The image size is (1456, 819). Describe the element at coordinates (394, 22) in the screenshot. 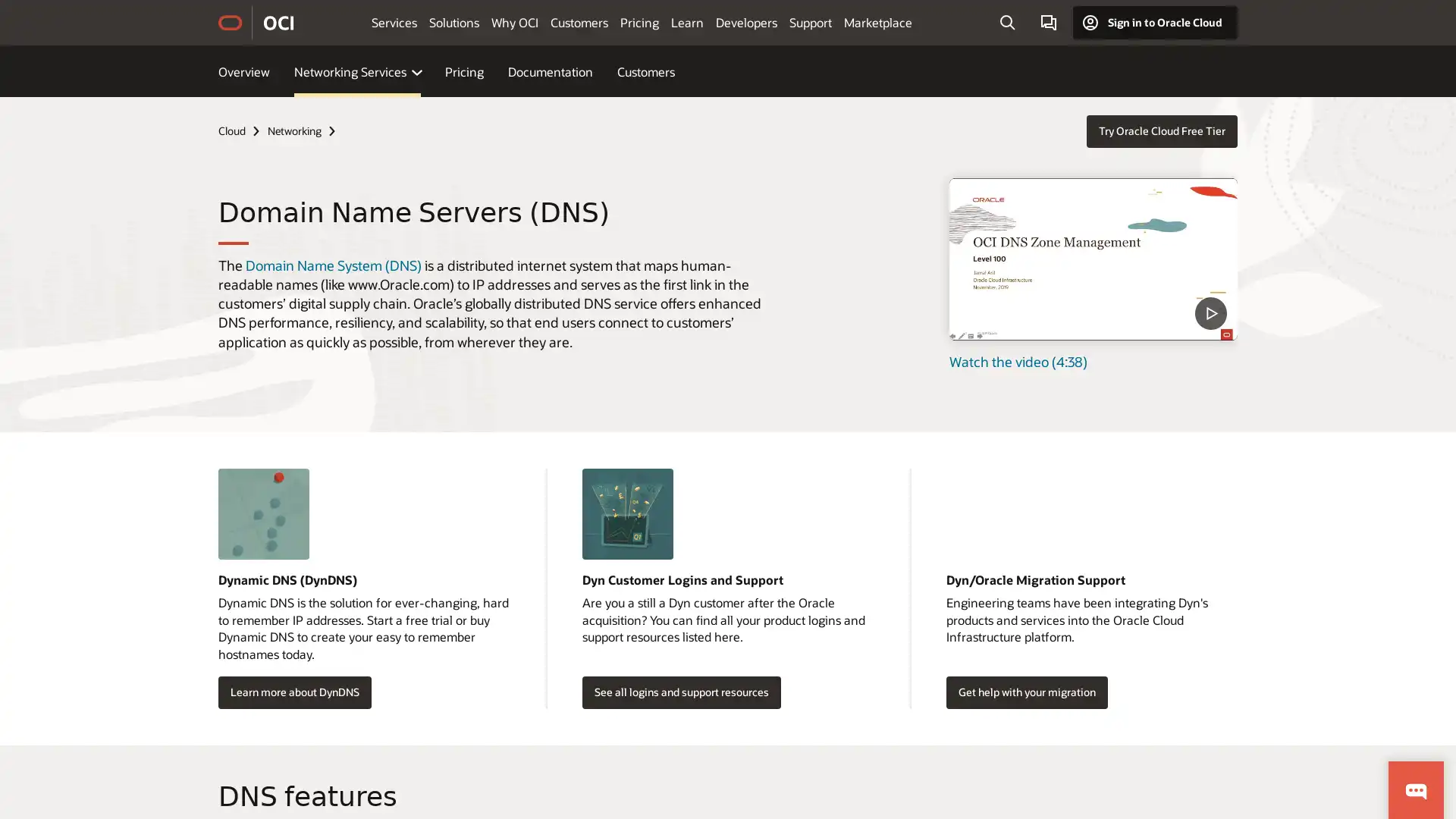

I see `Services` at that location.